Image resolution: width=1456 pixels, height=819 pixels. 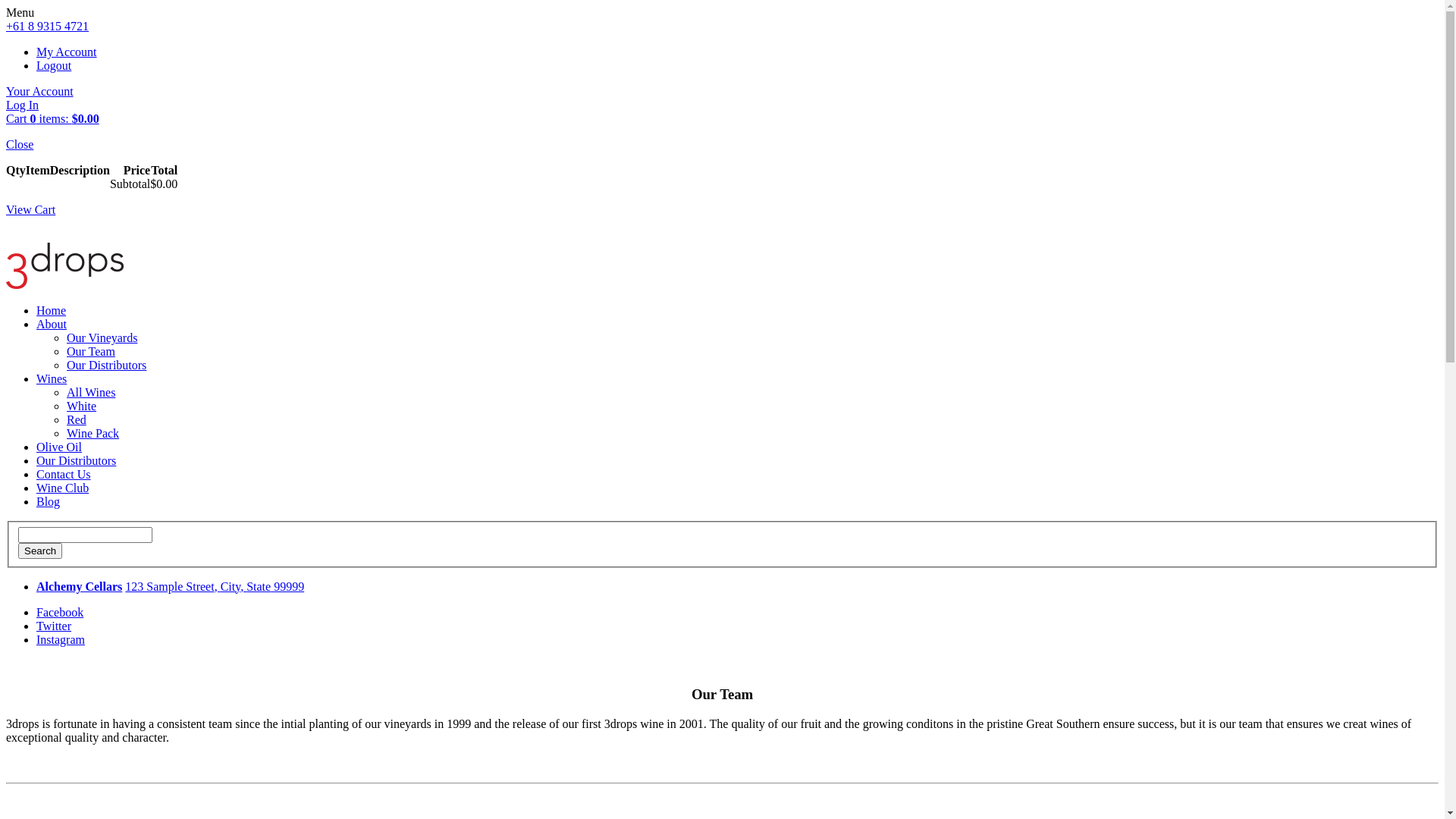 I want to click on 'Red', so click(x=75, y=419).